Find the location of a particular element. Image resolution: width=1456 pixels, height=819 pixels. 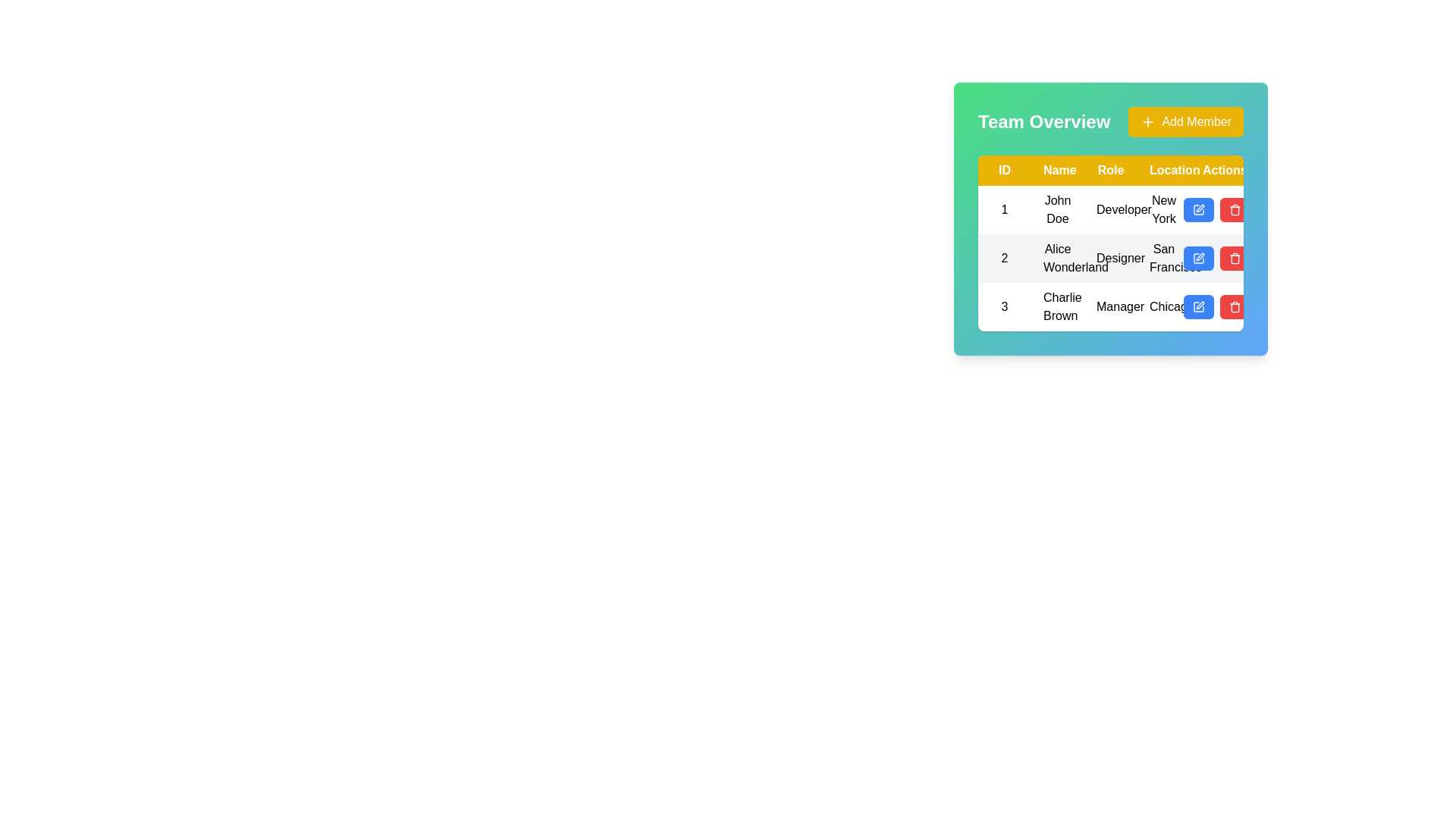

the role of the individual named 'Alice Wonderland' in the second row of the team members table is located at coordinates (1110, 257).